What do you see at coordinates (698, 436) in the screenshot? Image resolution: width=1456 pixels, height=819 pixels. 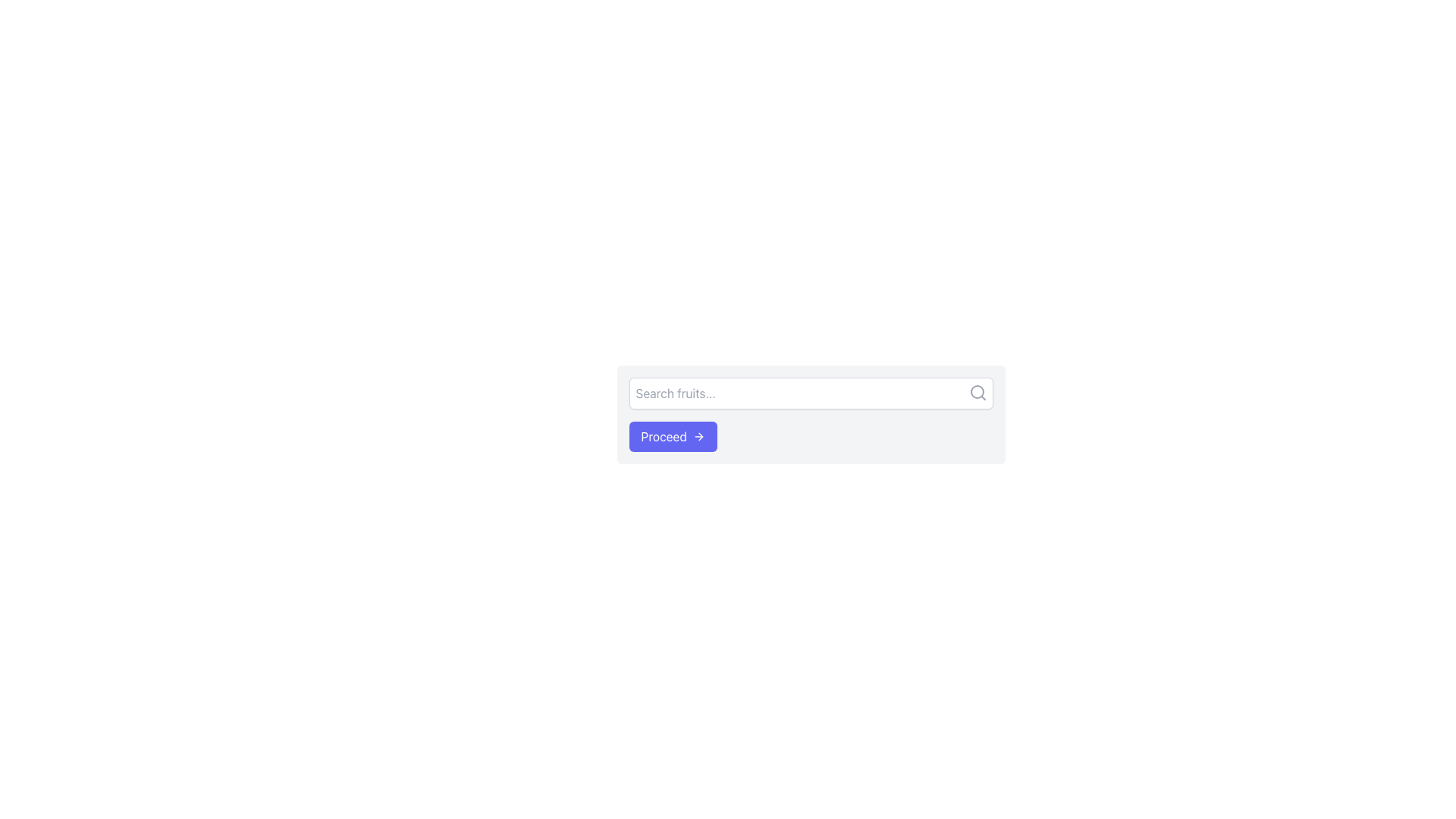 I see `the right-facing arrow icon with a purple background, which is part of the 'Proceed' button located below the search bar` at bounding box center [698, 436].